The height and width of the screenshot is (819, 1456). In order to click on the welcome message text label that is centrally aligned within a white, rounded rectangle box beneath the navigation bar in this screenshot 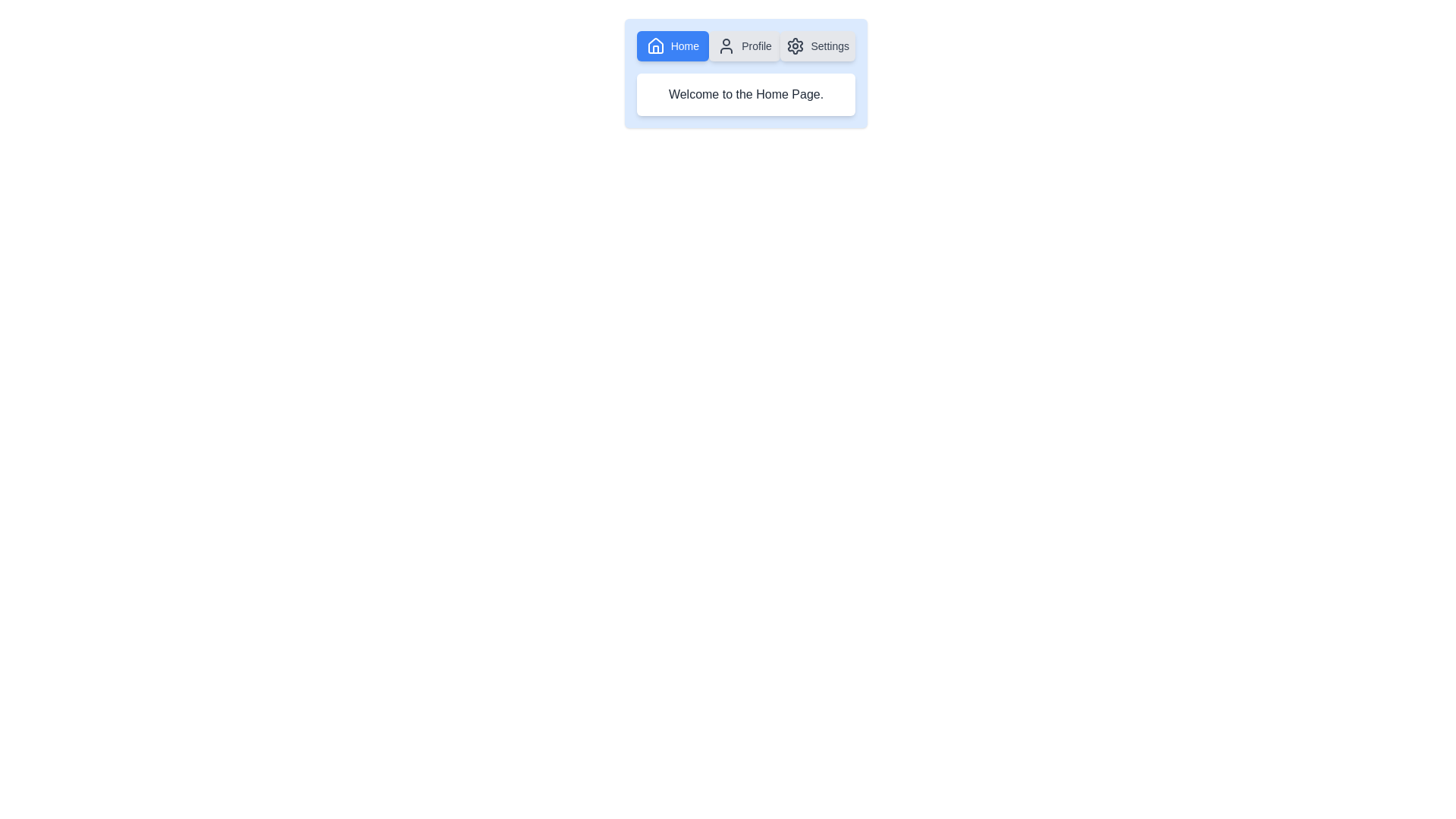, I will do `click(745, 94)`.